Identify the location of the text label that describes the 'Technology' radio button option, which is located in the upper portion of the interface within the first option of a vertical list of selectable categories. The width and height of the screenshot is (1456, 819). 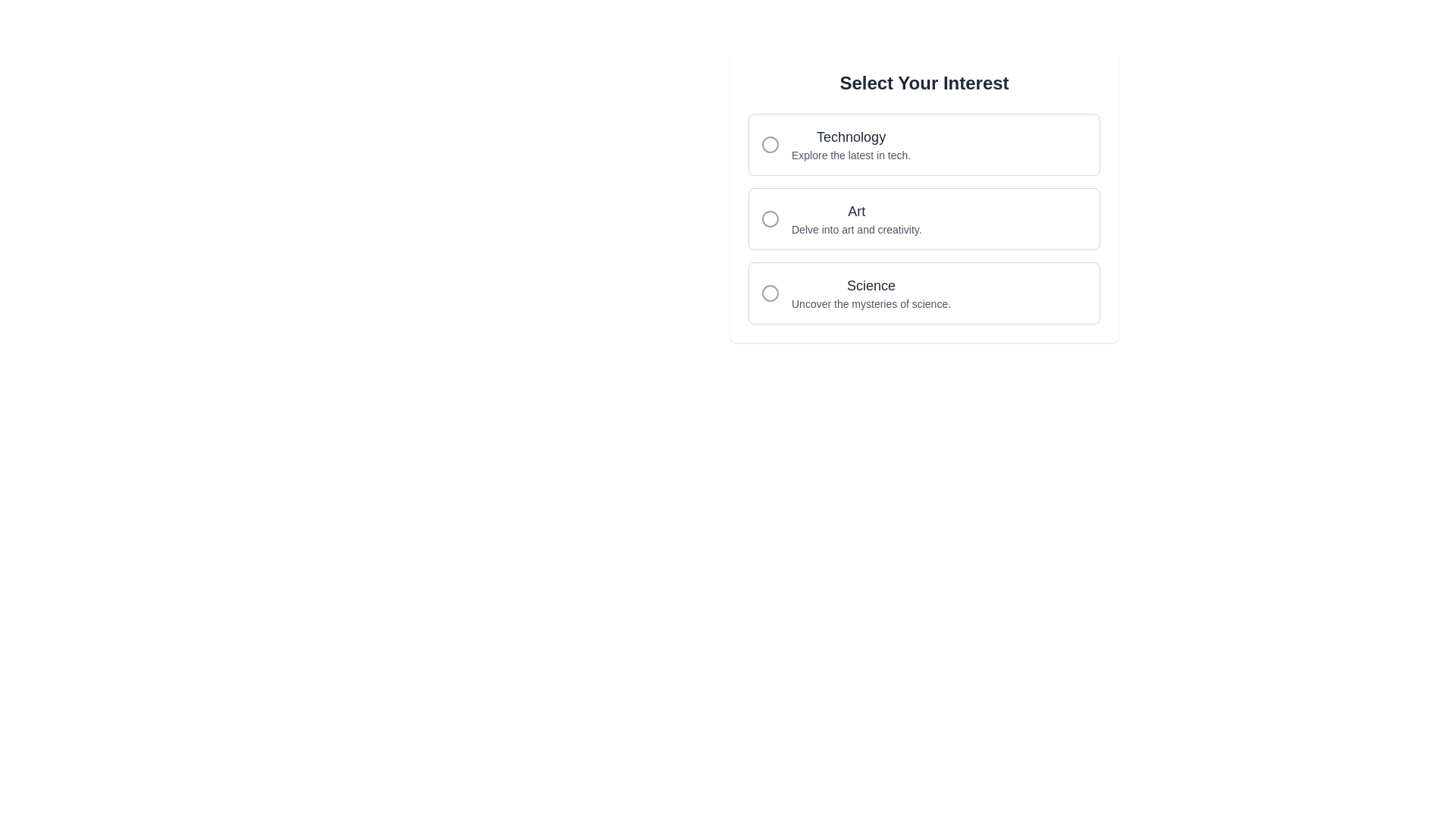
(851, 145).